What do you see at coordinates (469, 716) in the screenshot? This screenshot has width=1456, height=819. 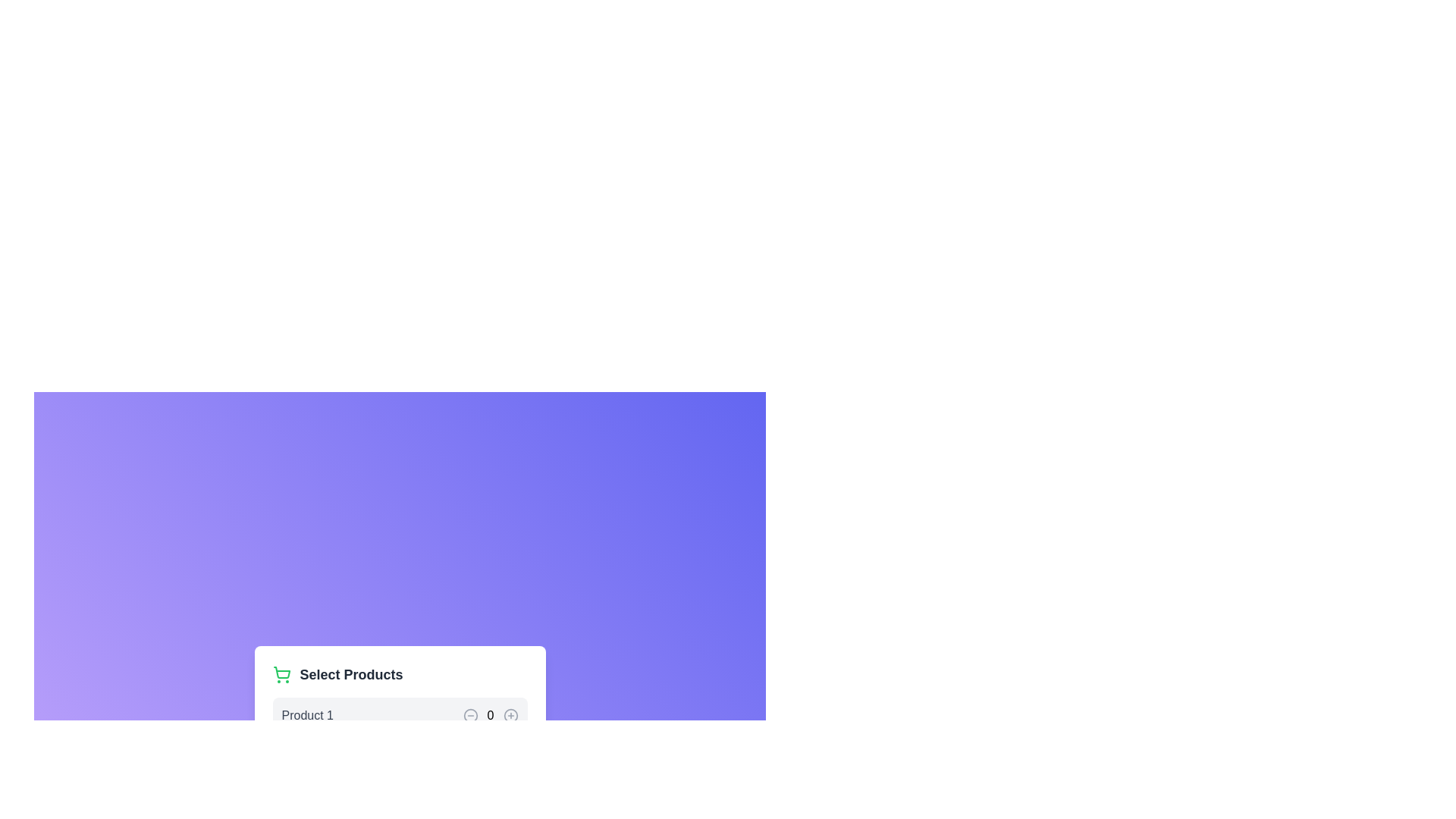 I see `the decrement icon button located to the left of the numeric indicator in the 'Product 1' row to decrease the quantity of the associated product` at bounding box center [469, 716].